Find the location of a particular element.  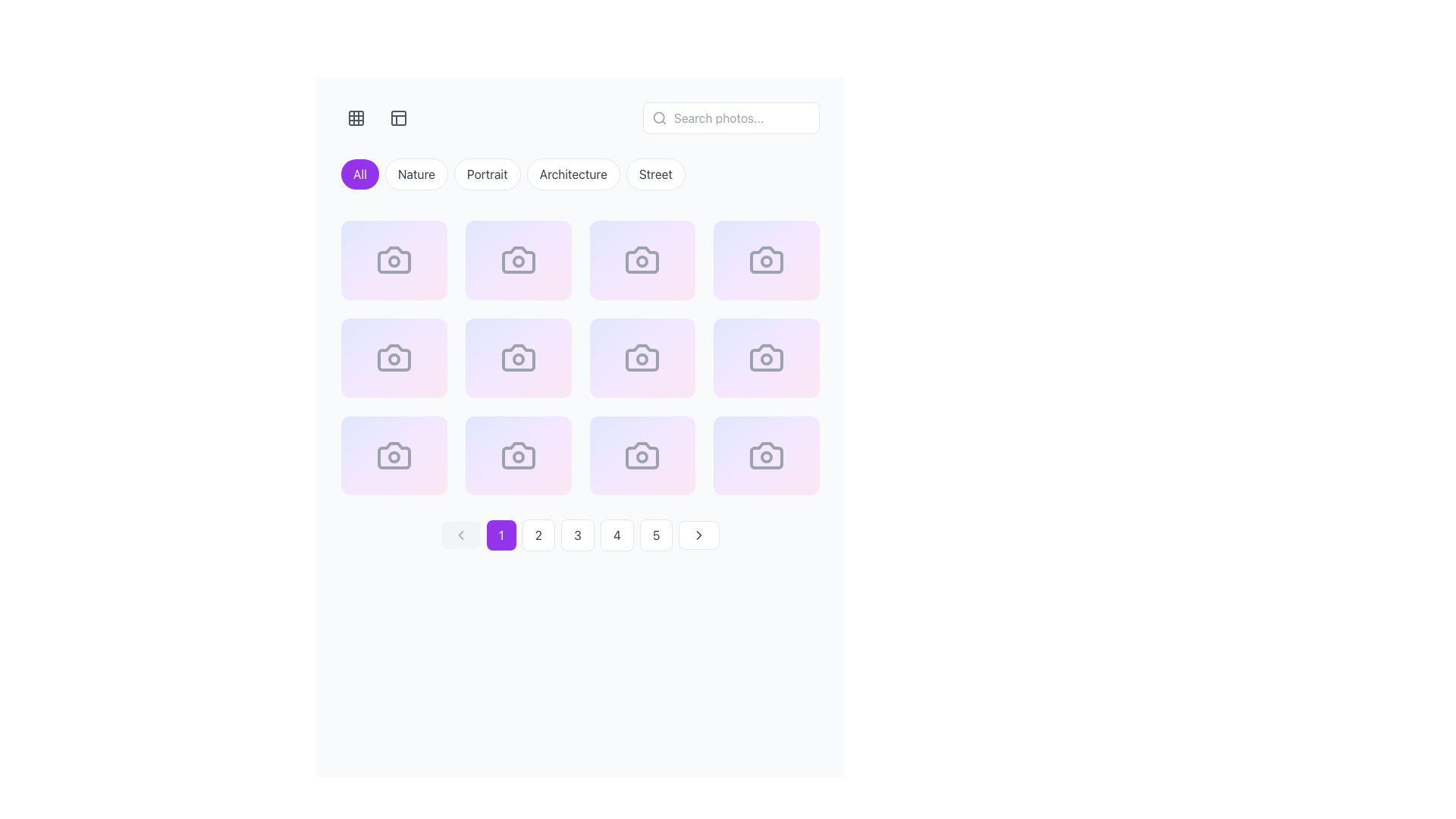

the 'like' or 'favorite' button located in the bottom-right corner of the grid layout, which is the first element in a set of action buttons is located at coordinates (739, 469).